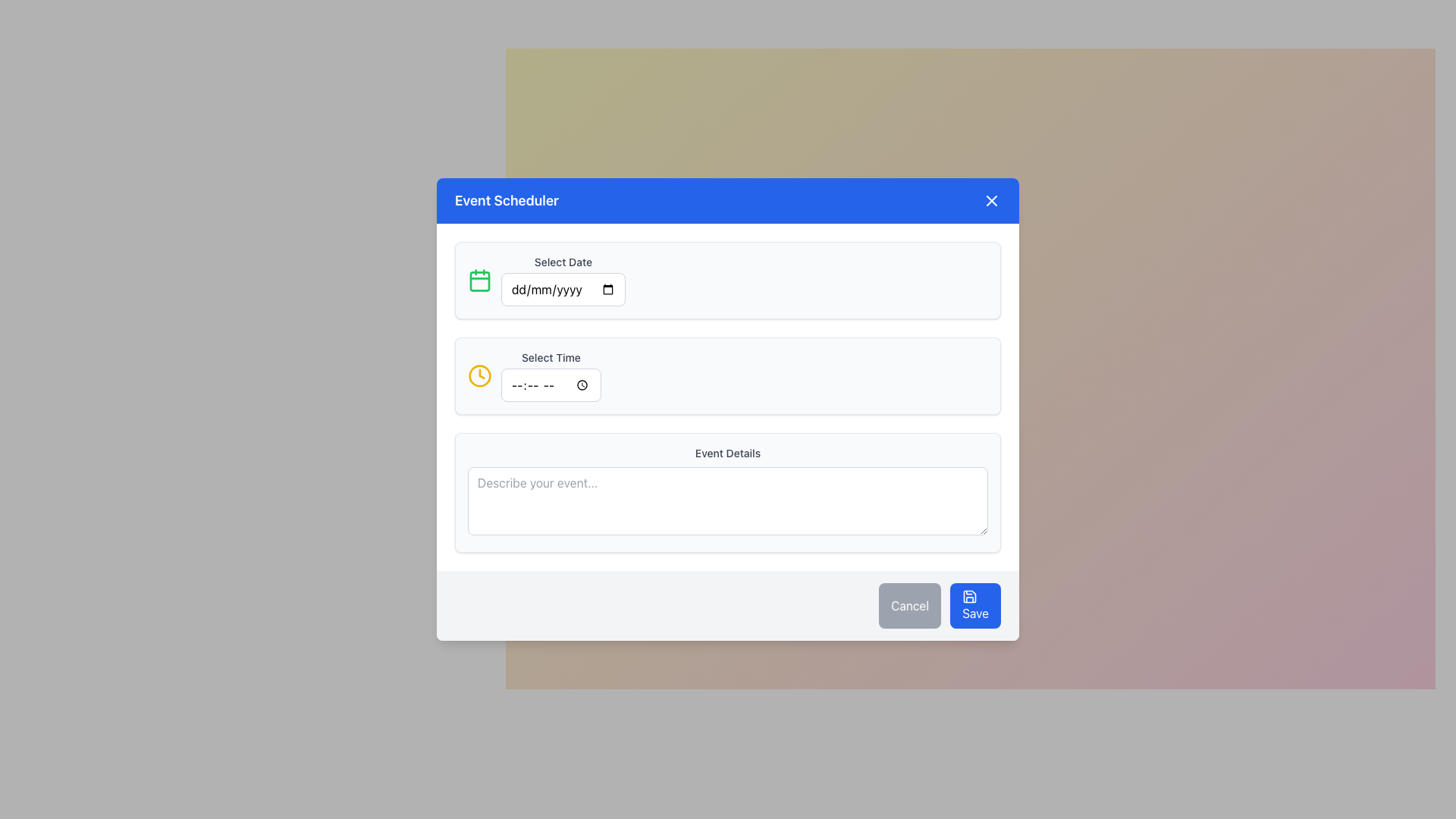 This screenshot has width=1456, height=819. I want to click on the 'Save' button located in the lower right corner of the modal dialog, which is represented by the save action icon positioned at its center-left, so click(969, 595).